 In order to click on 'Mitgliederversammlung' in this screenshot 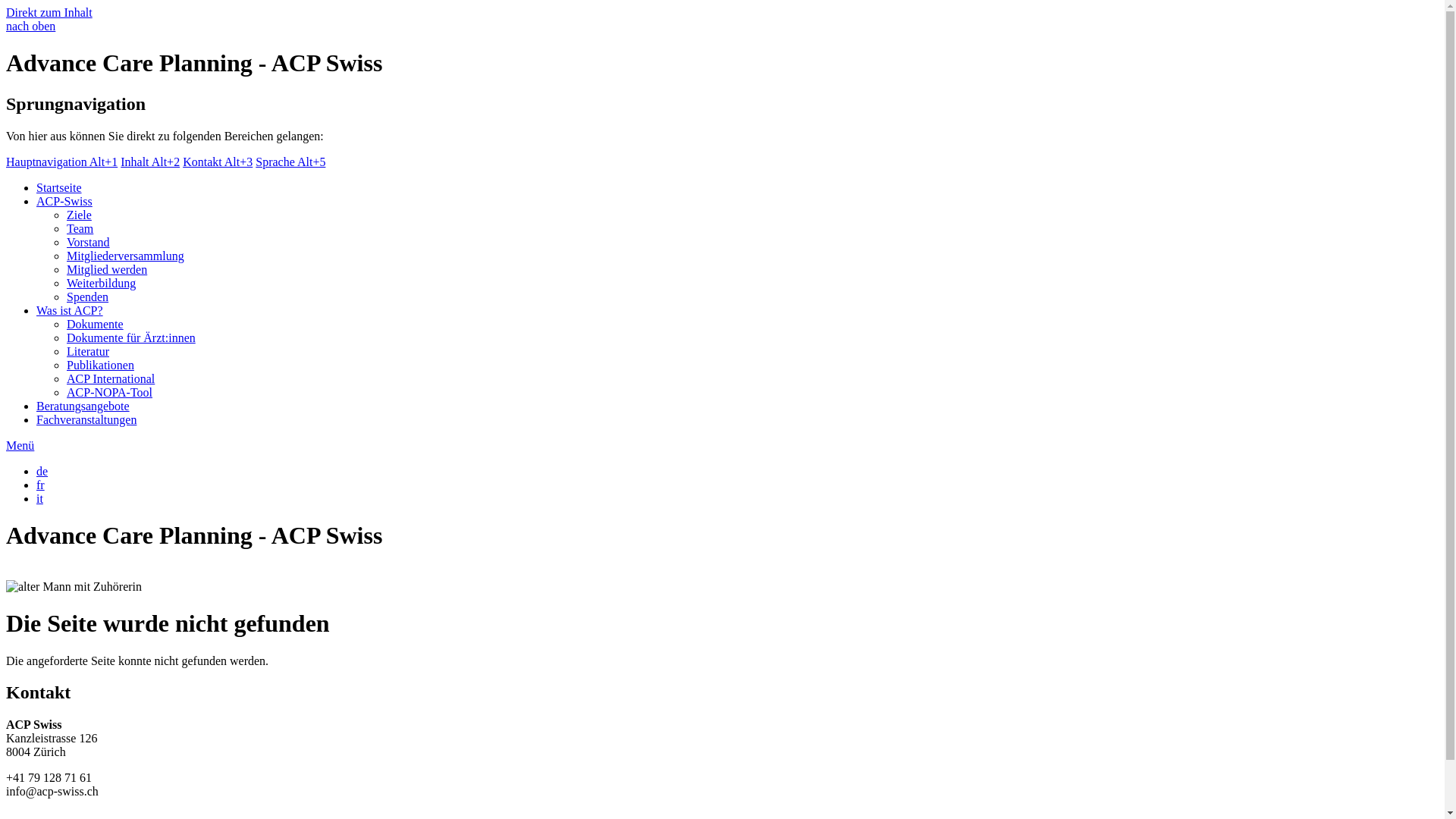, I will do `click(65, 255)`.